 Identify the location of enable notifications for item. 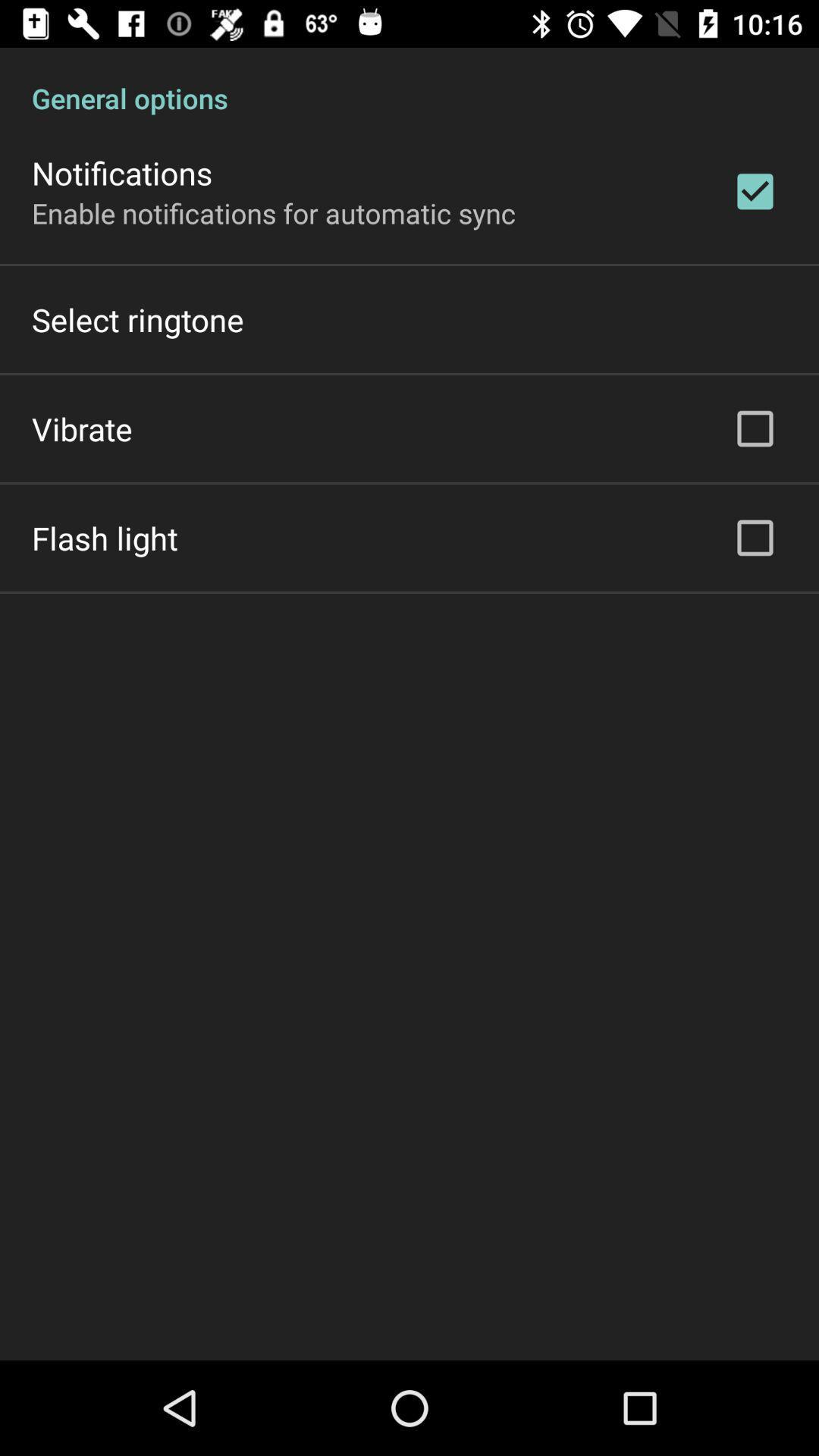
(274, 212).